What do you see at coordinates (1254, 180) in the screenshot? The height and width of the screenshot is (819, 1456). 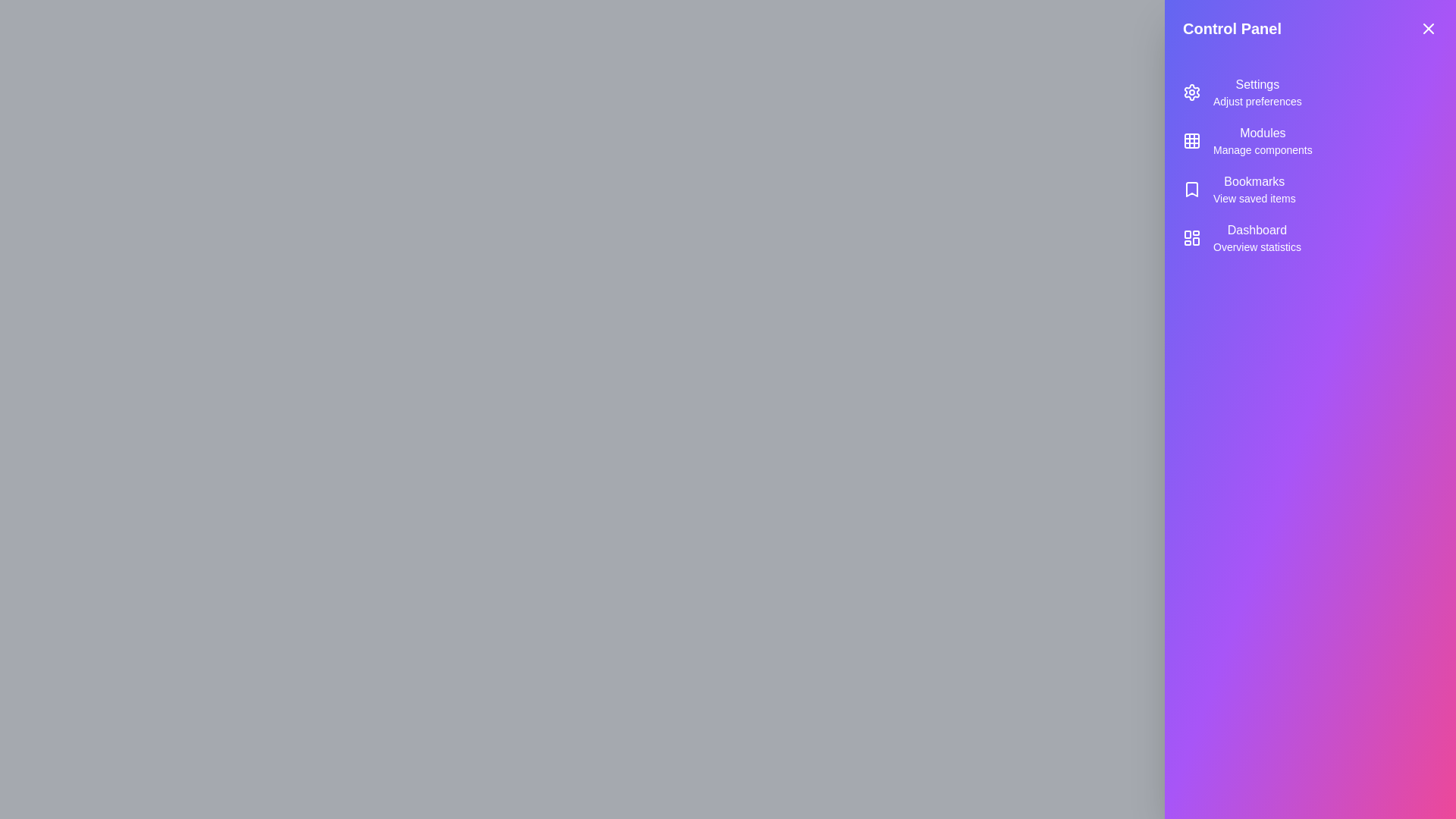 I see `the text label 'Bookmarks' which is displayed in a bold font within the vertical menu, located in the right panel of the interface, specifically under 'Modules' and above 'Dashboard'` at bounding box center [1254, 180].